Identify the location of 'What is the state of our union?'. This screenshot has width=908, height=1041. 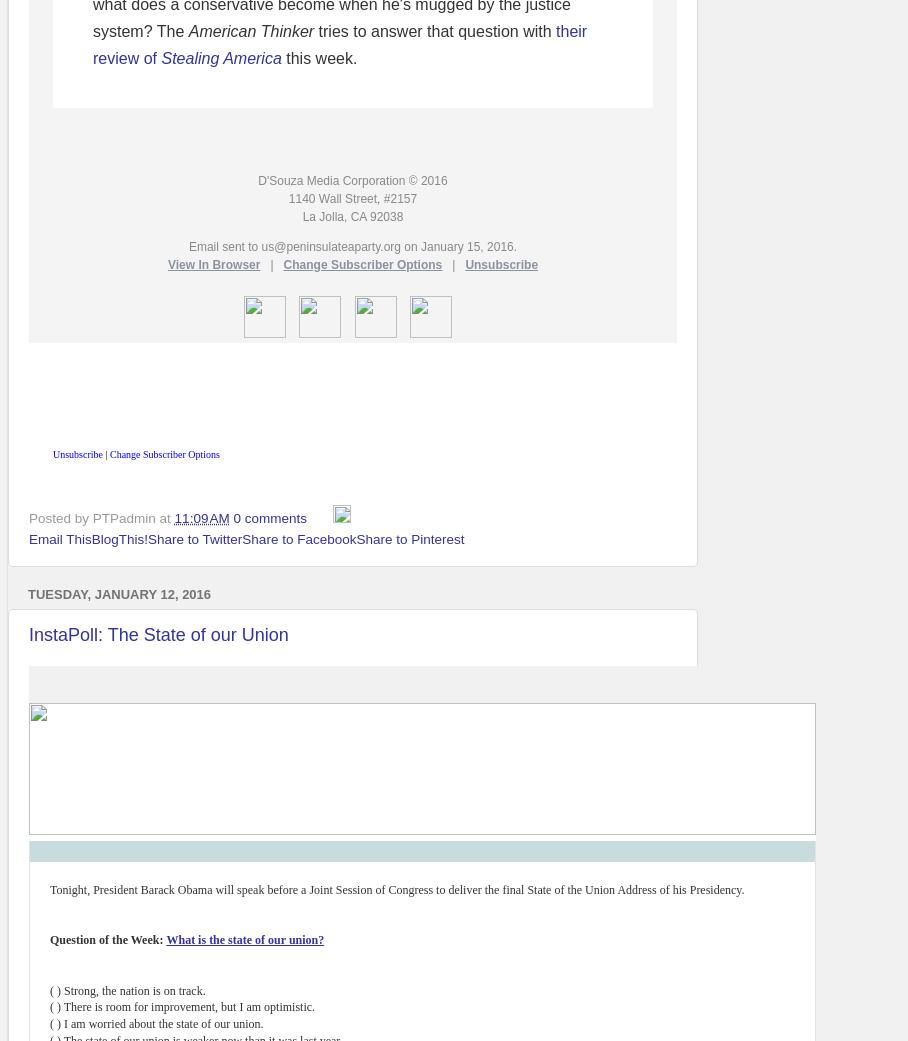
(243, 940).